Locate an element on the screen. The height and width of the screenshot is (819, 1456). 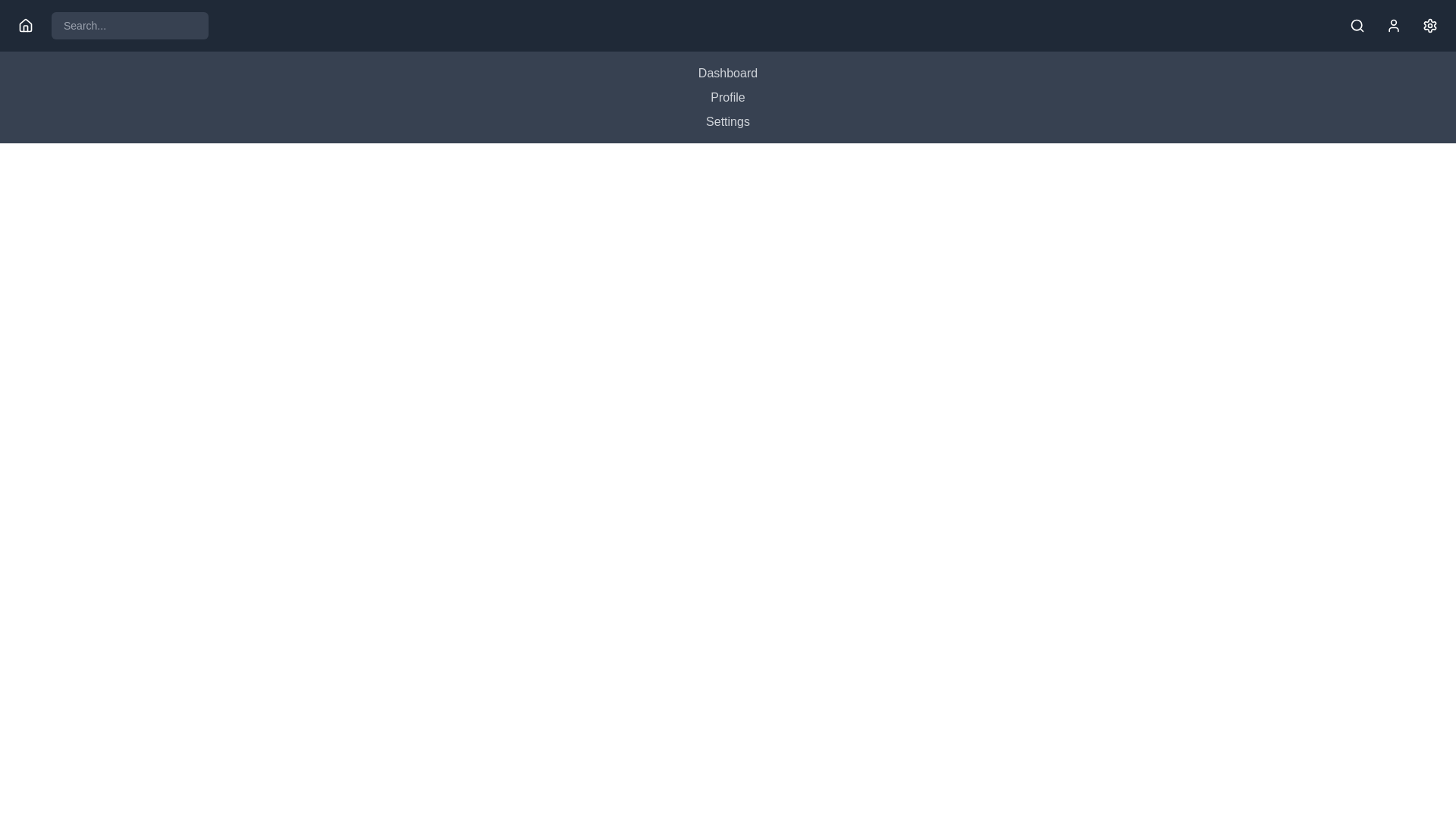
the 'Profile' text label is located at coordinates (728, 97).